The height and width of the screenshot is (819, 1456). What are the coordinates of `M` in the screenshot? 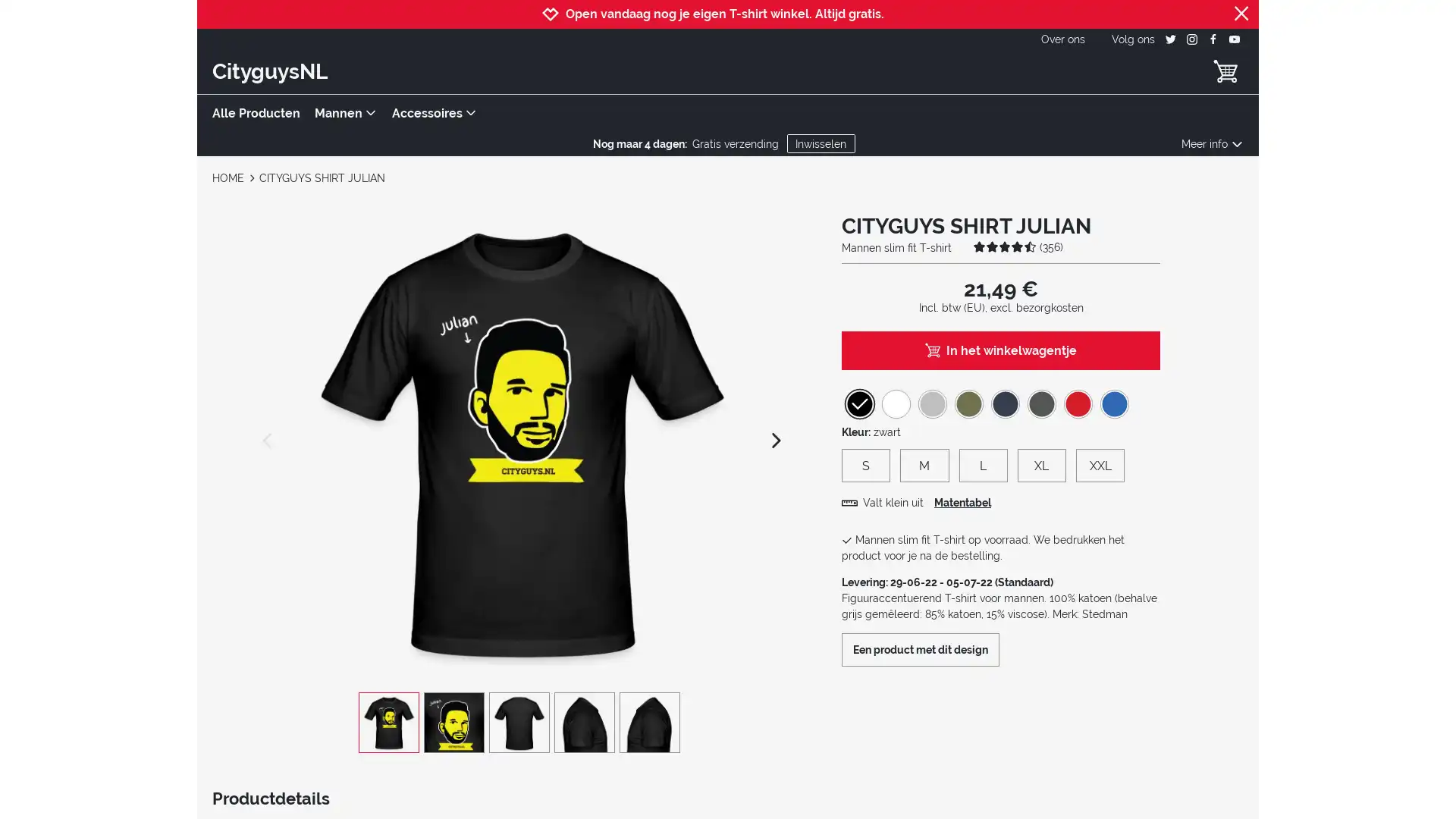 It's located at (924, 464).